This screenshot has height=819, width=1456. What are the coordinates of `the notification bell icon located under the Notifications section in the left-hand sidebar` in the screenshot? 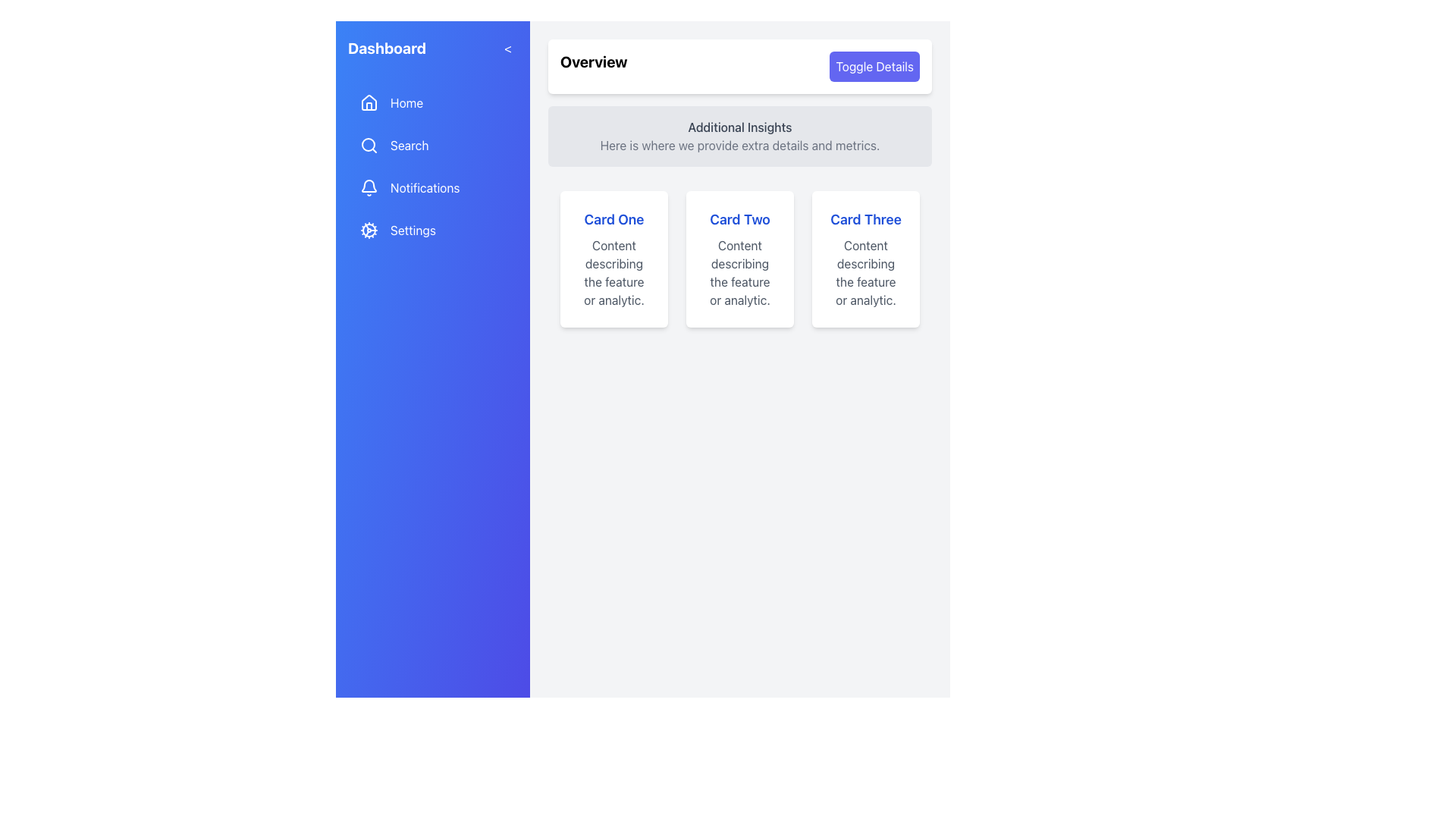 It's located at (369, 187).